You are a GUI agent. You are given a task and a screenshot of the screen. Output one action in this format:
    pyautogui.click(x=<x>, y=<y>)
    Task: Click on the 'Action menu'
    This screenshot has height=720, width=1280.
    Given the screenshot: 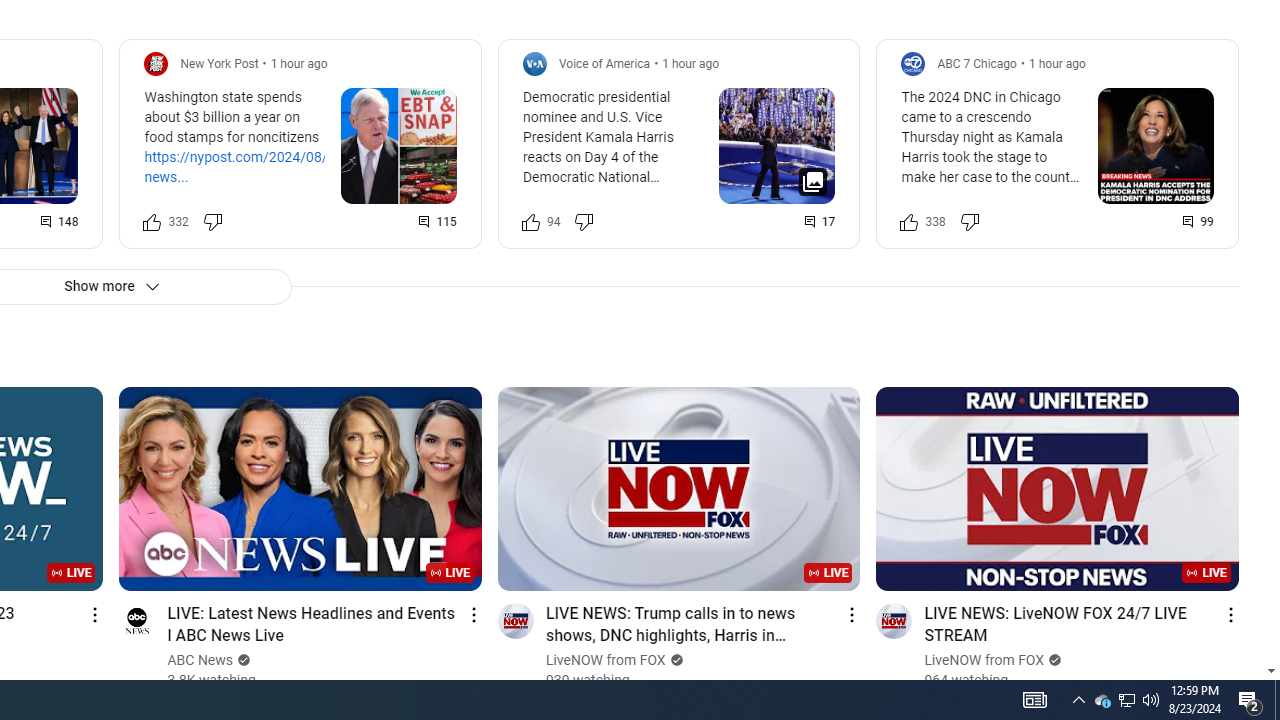 What is the action you would take?
    pyautogui.click(x=1229, y=613)
    